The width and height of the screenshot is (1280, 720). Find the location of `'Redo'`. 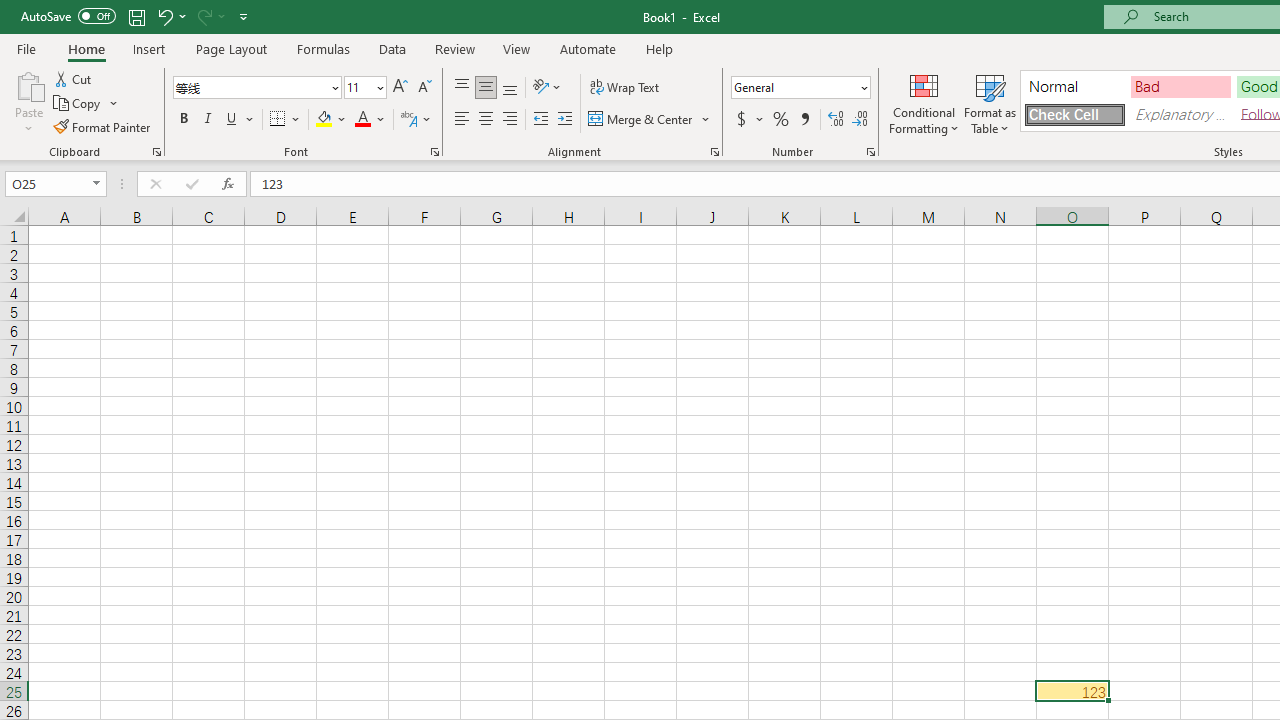

'Redo' is located at coordinates (203, 16).